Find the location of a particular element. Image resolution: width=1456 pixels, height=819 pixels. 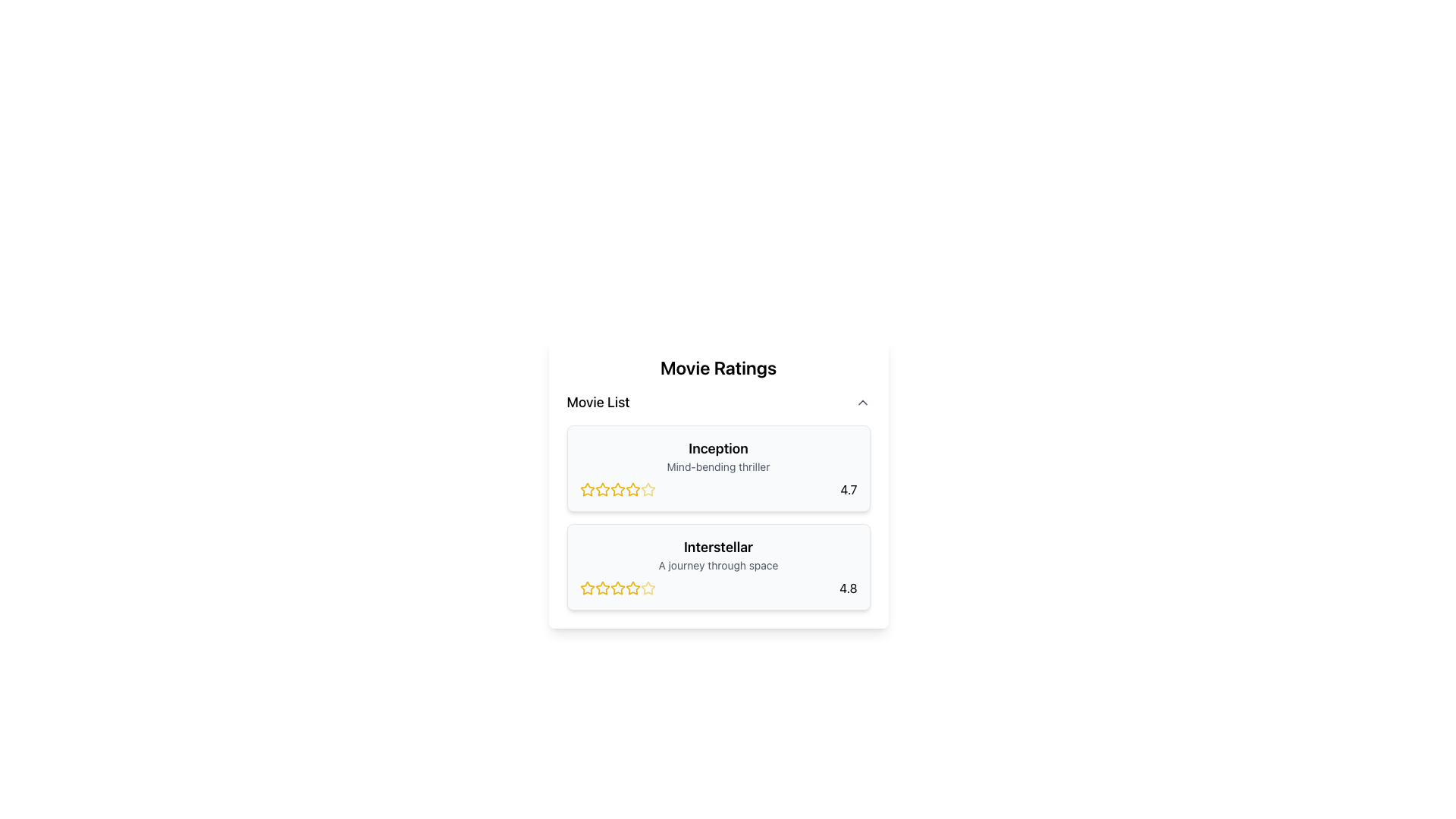

the faded star icon with a yellow outline, which is the last star in the group of five is located at coordinates (648, 489).